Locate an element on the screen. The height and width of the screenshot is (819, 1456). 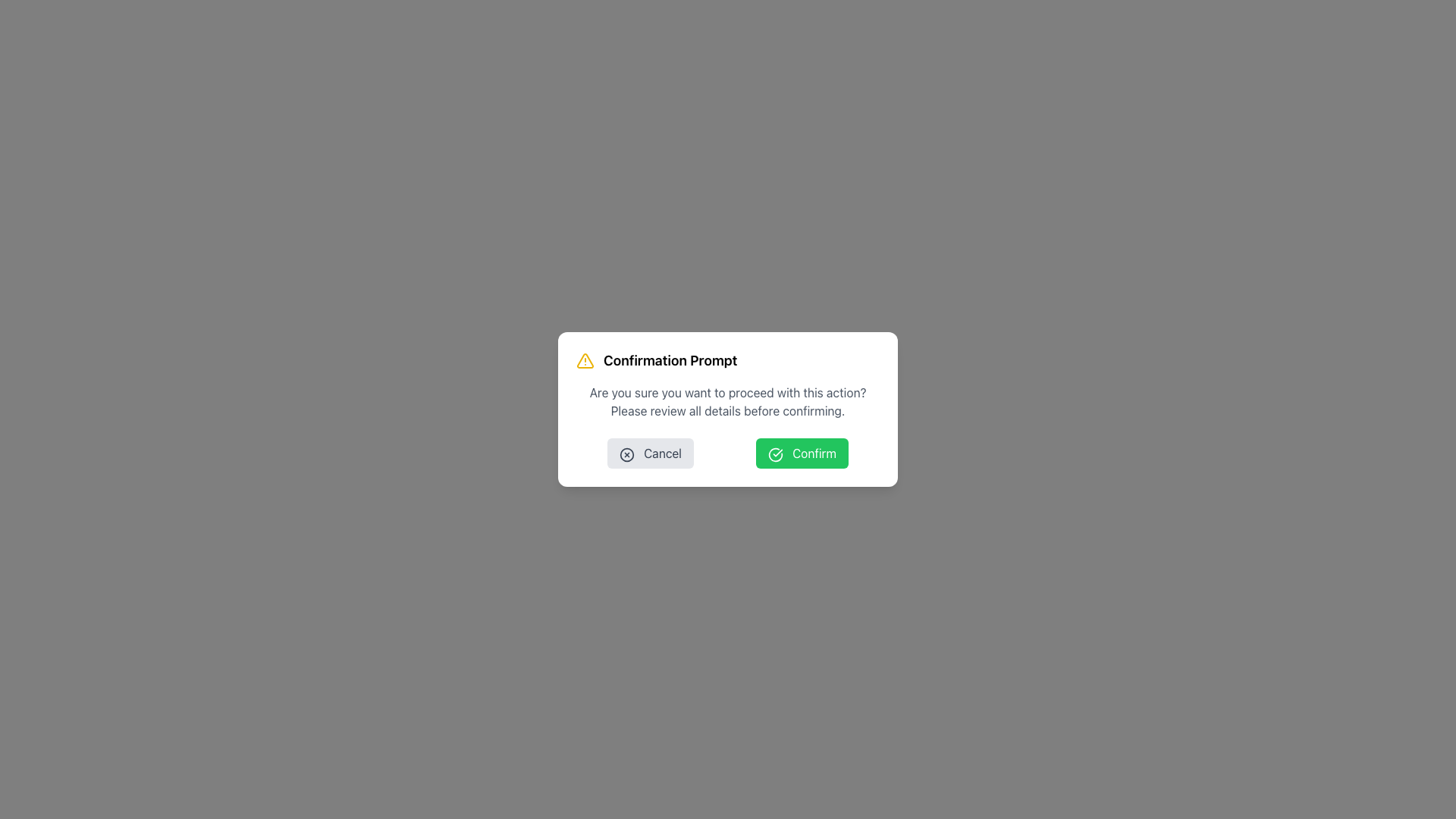
the confirmation icon located to the left of the 'Confirm' text within the green 'Confirm' button at the bottom-right of the modal dialog box is located at coordinates (775, 453).